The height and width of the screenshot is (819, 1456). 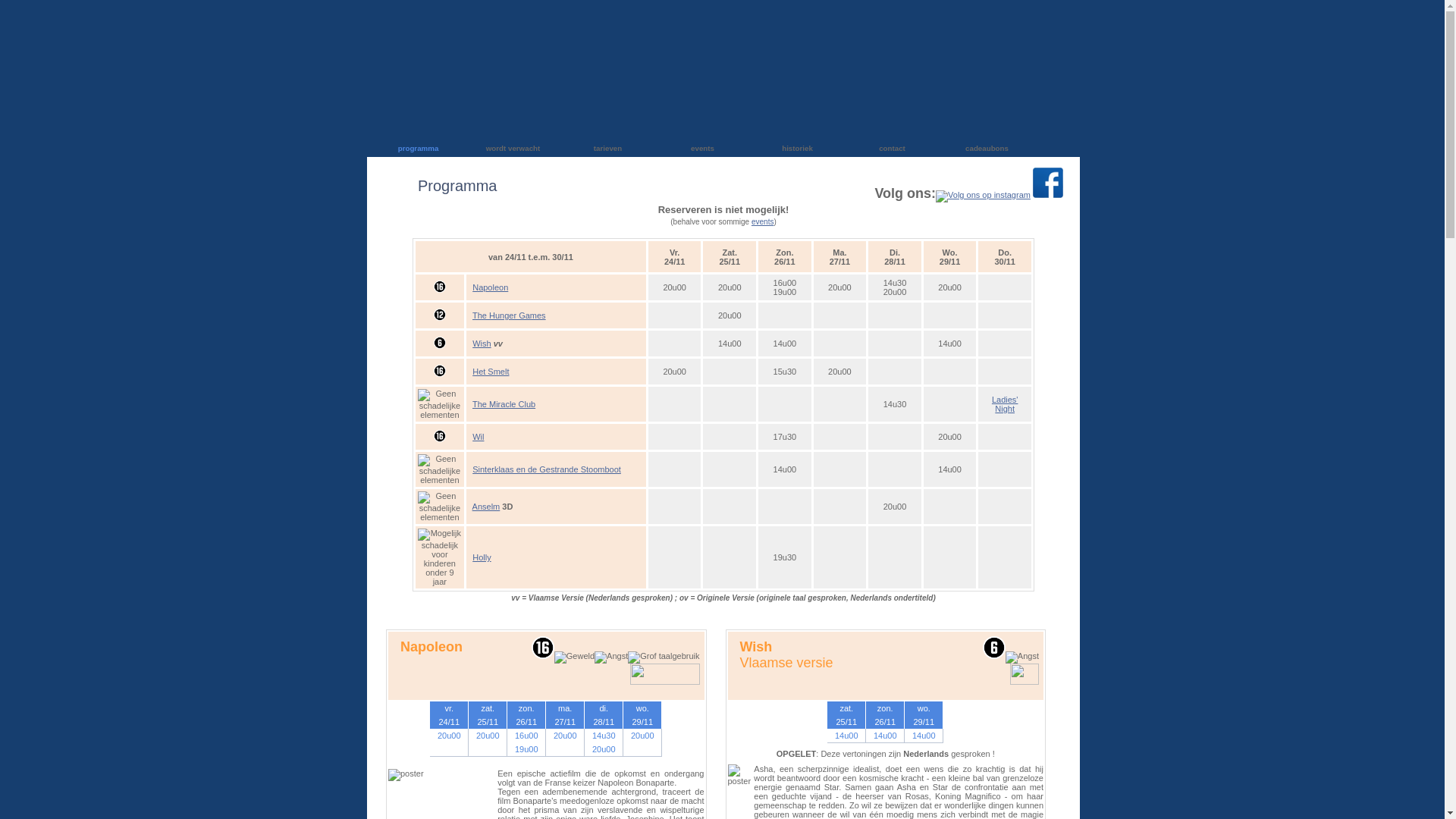 I want to click on 'cadeaubons', so click(x=946, y=148).